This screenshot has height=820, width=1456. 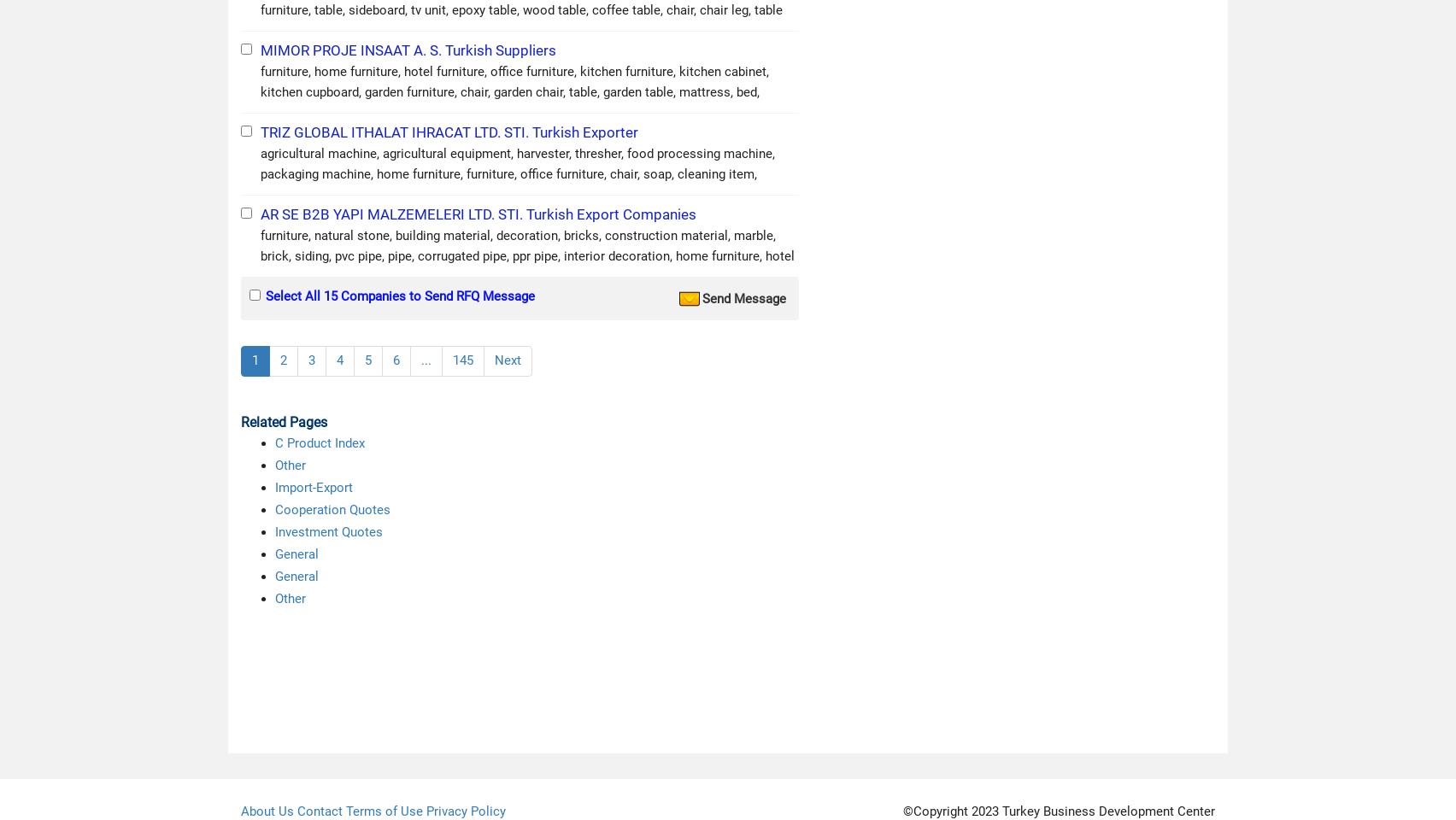 I want to click on 'Privacy Policy', so click(x=466, y=810).